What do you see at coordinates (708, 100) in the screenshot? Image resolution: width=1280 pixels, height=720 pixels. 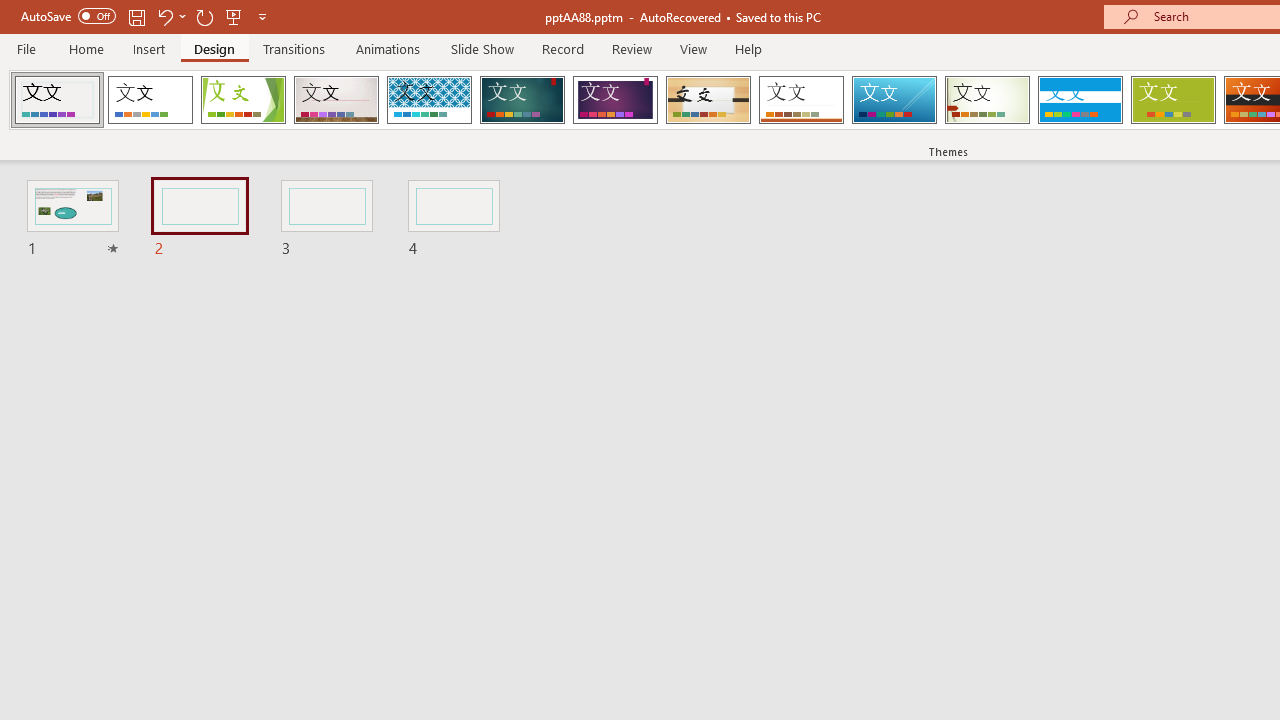 I see `'Organic Loading Preview...'` at bounding box center [708, 100].